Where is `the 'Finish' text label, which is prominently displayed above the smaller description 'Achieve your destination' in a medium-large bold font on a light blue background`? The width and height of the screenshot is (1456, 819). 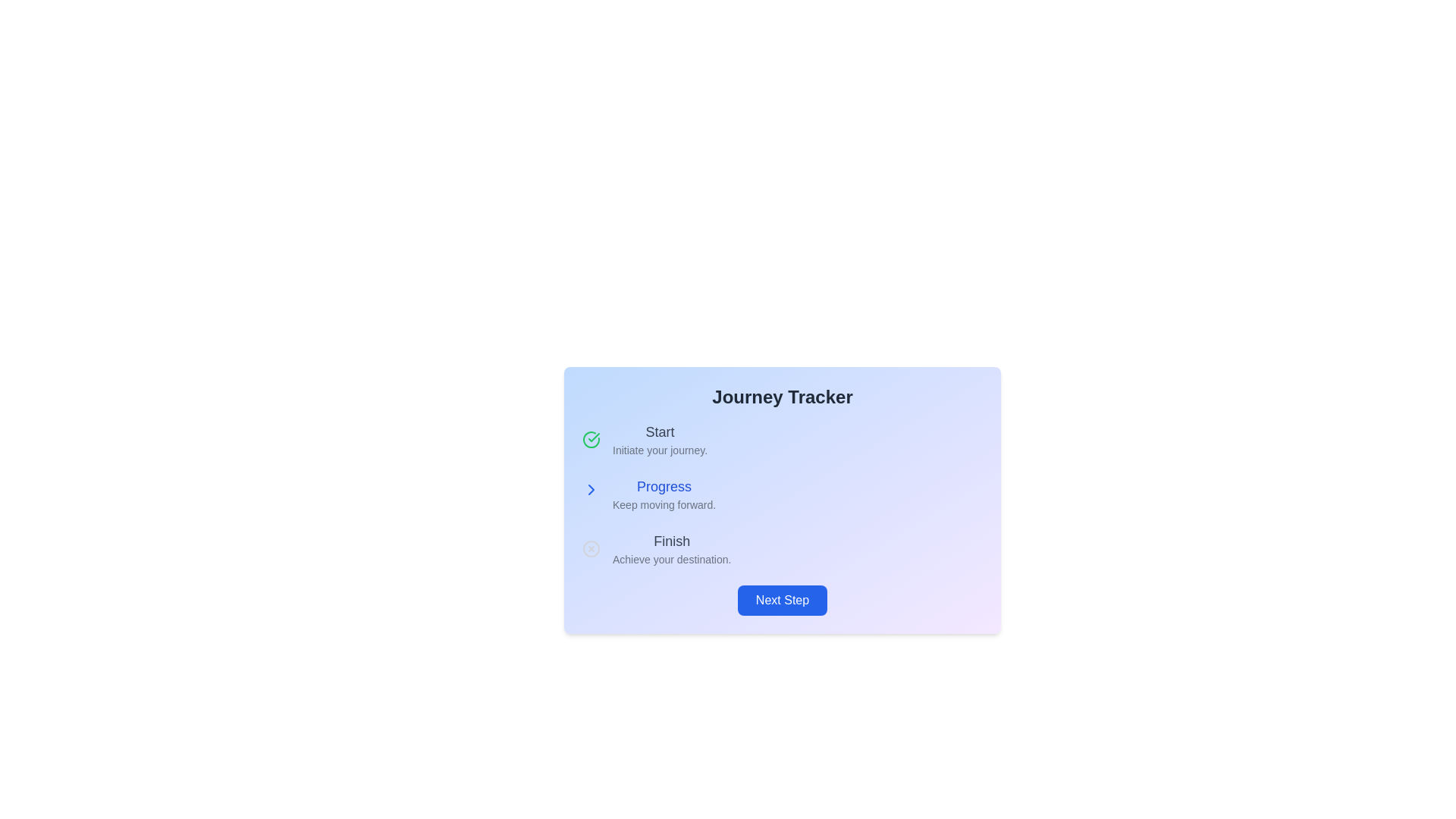
the 'Finish' text label, which is prominently displayed above the smaller description 'Achieve your destination' in a medium-large bold font on a light blue background is located at coordinates (671, 540).